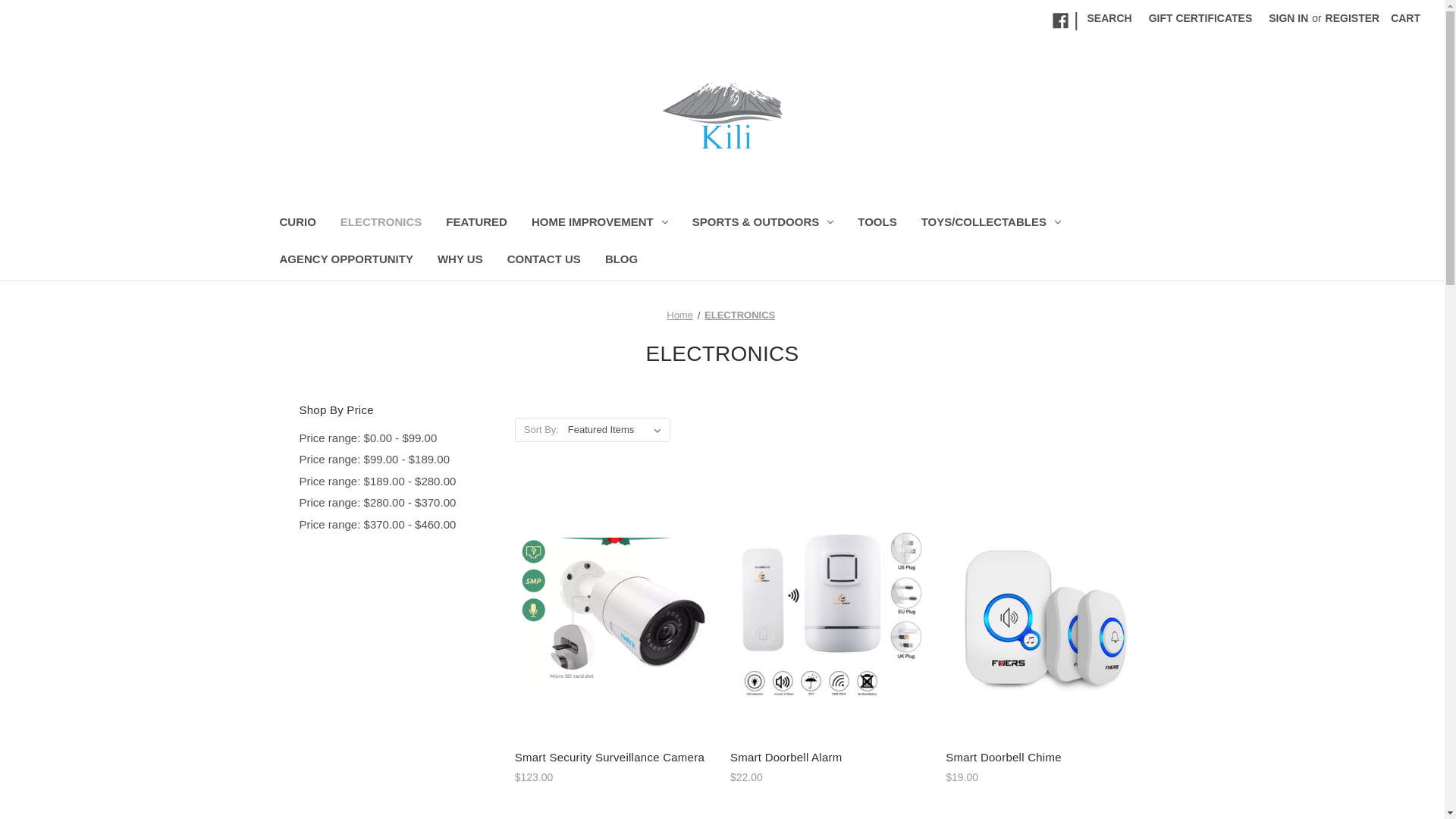 This screenshot has width=1456, height=819. I want to click on 'REGISTER', so click(1353, 18).